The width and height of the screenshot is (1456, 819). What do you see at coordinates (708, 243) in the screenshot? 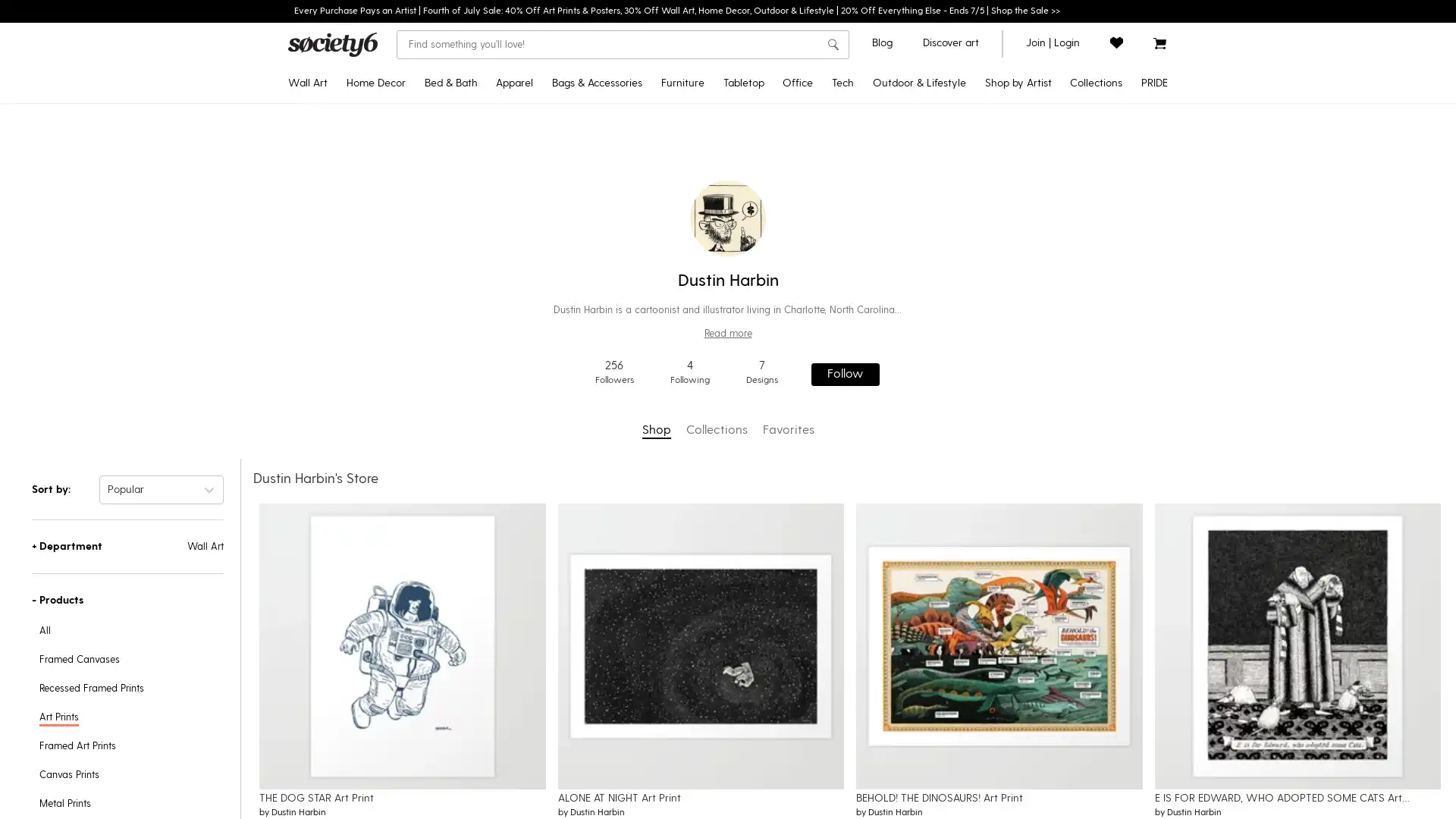
I see `Coffee Tables` at bounding box center [708, 243].